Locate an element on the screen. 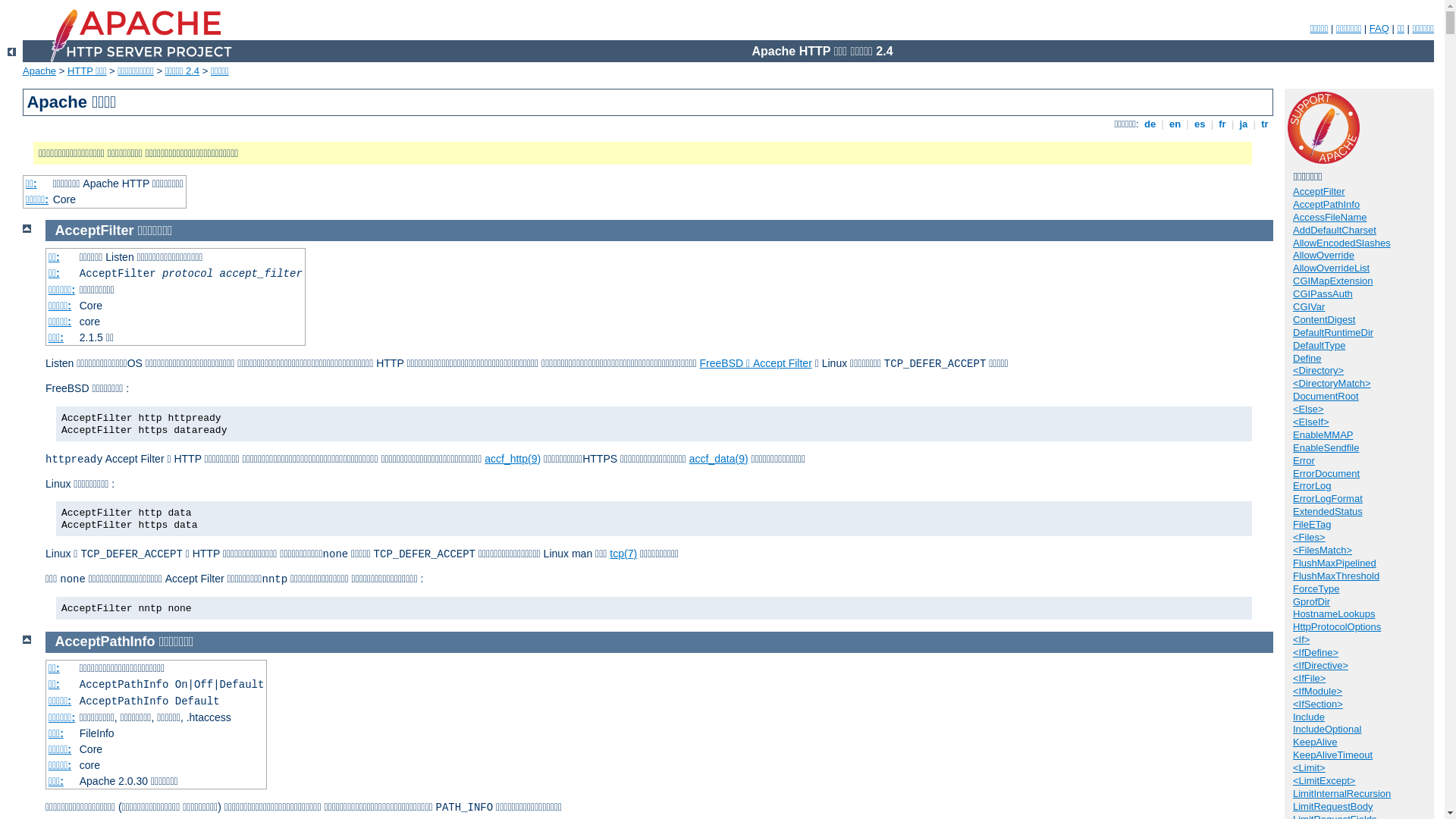 The height and width of the screenshot is (819, 1456). 'HttpProtocolOptions' is located at coordinates (1291, 626).